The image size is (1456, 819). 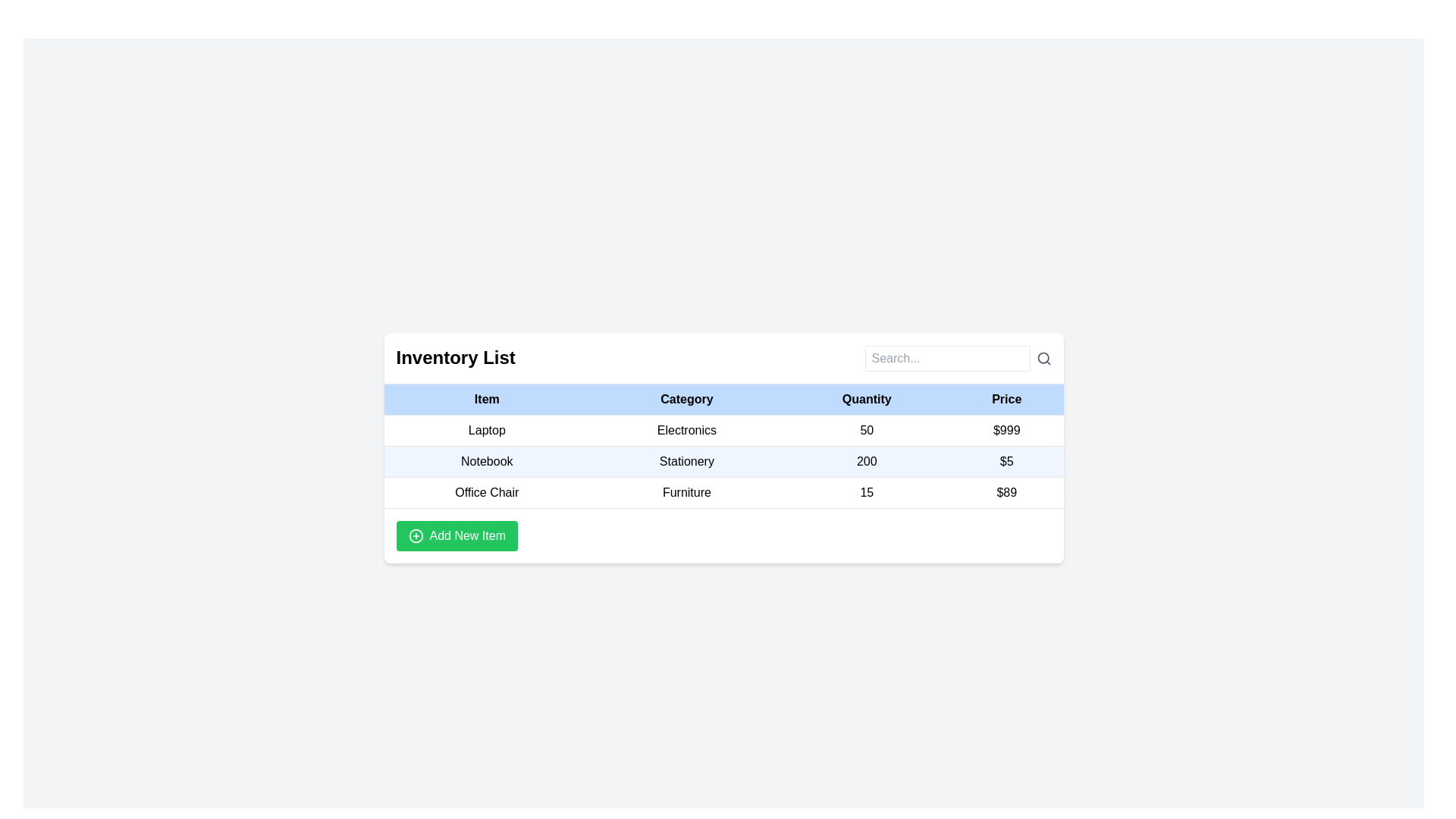 What do you see at coordinates (686, 398) in the screenshot?
I see `the 'Category' text header in the table, which is displayed in bold black font on a light blue background and is positioned between the 'Item' and 'Quantity' headers` at bounding box center [686, 398].